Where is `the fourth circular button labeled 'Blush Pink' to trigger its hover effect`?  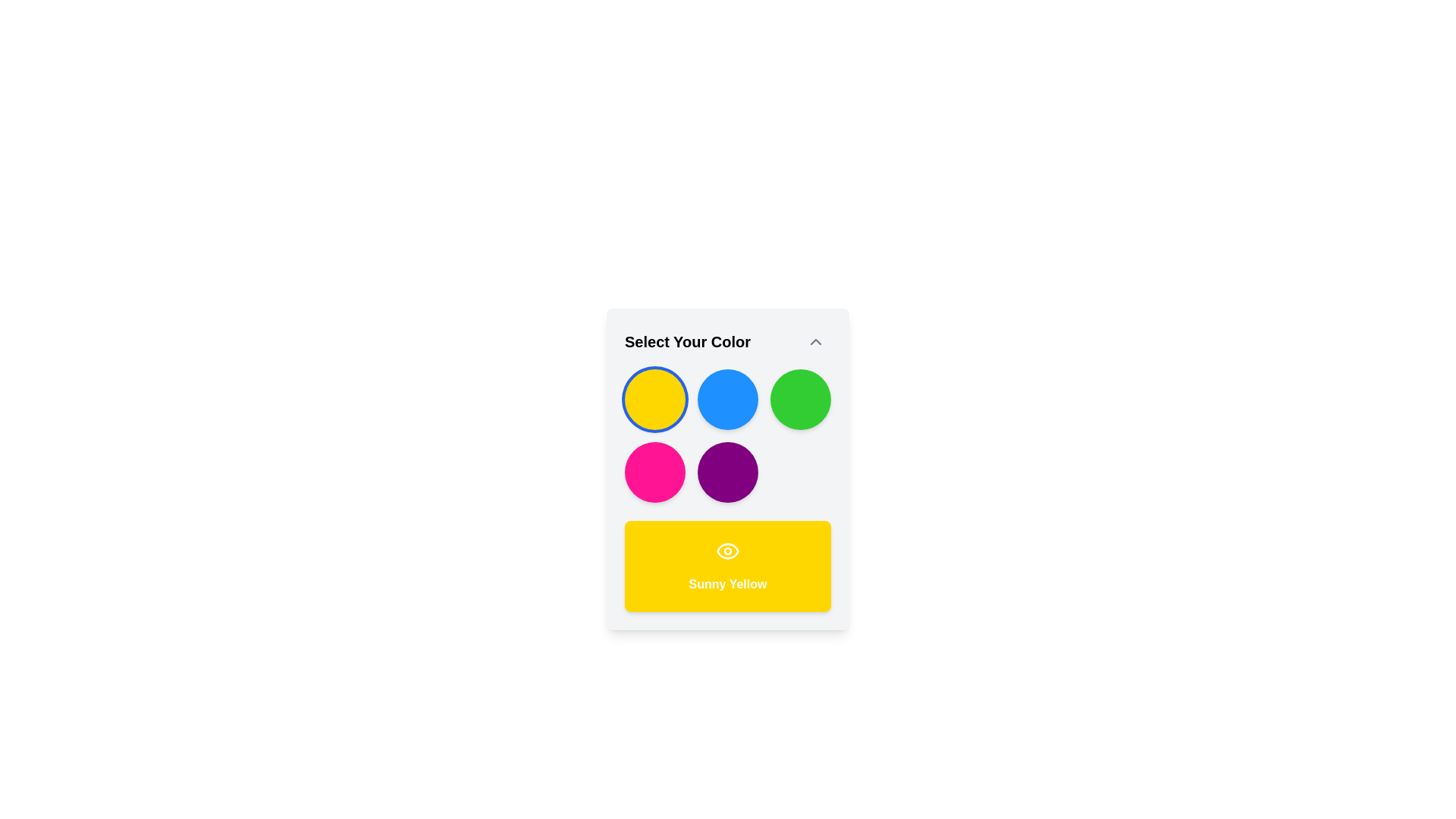 the fourth circular button labeled 'Blush Pink' to trigger its hover effect is located at coordinates (655, 472).